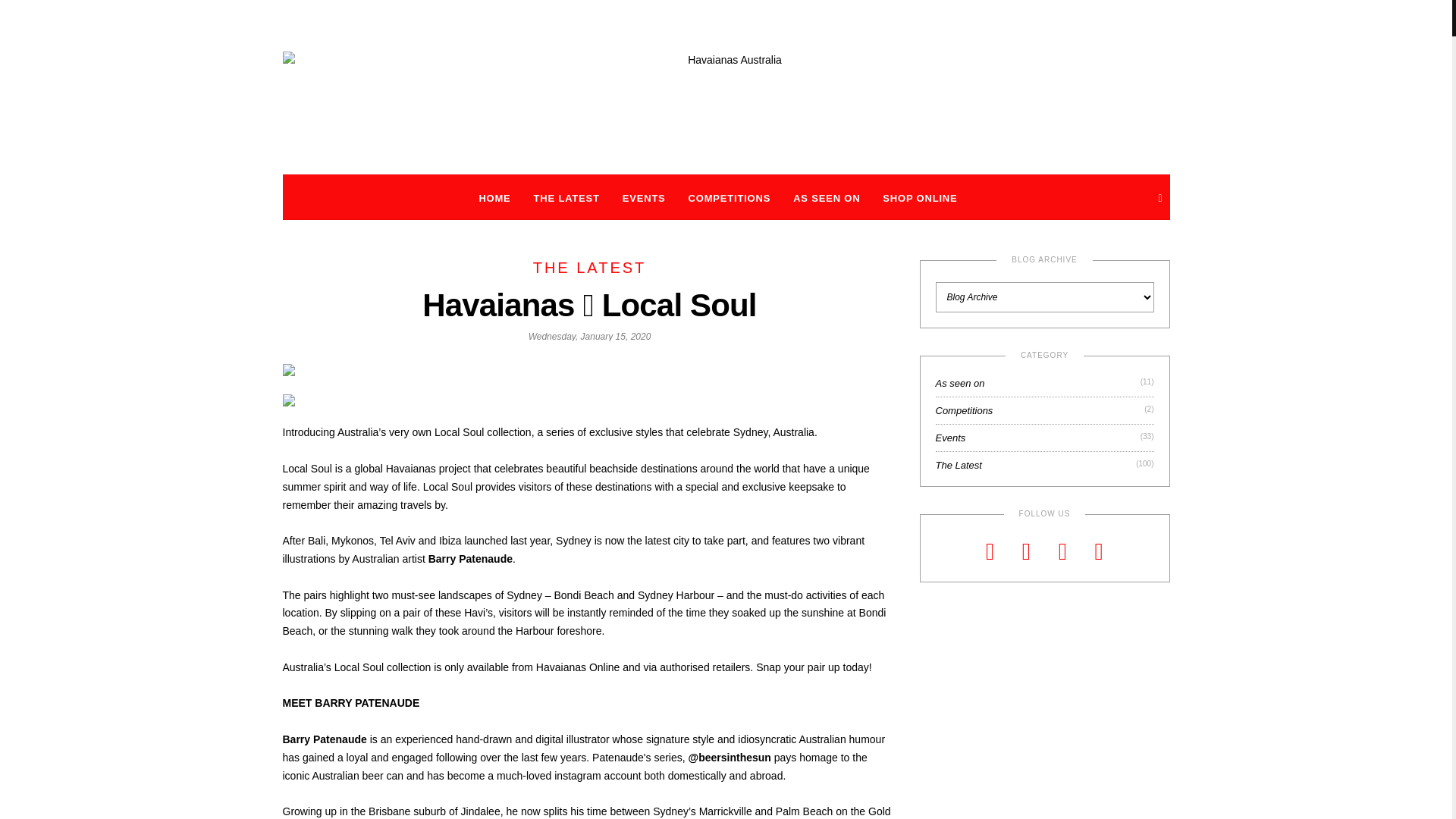 The image size is (1456, 819). Describe the element at coordinates (477, 197) in the screenshot. I see `'HOME'` at that location.